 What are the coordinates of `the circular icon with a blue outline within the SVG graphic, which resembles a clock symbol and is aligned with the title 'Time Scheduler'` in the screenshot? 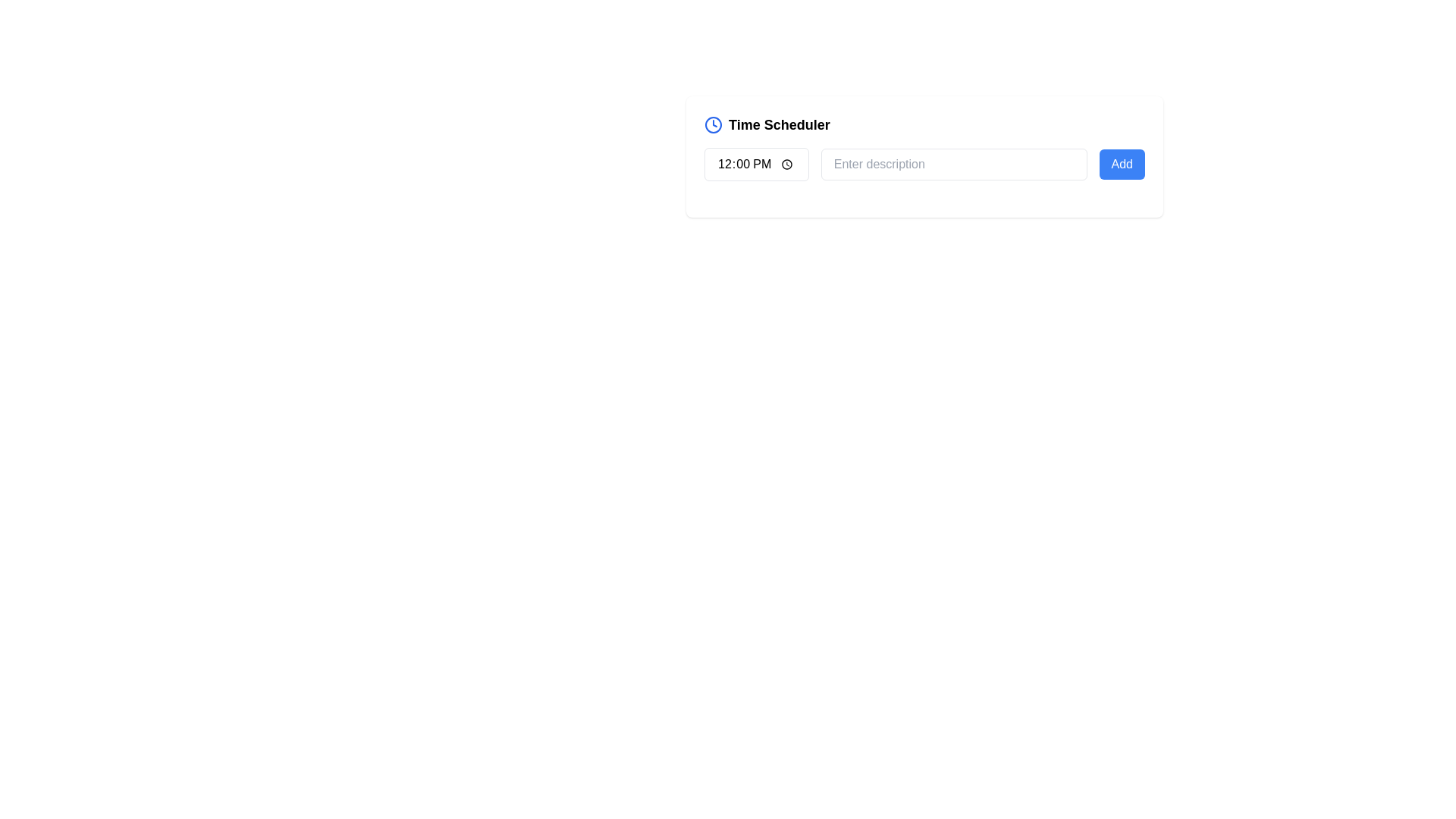 It's located at (712, 124).